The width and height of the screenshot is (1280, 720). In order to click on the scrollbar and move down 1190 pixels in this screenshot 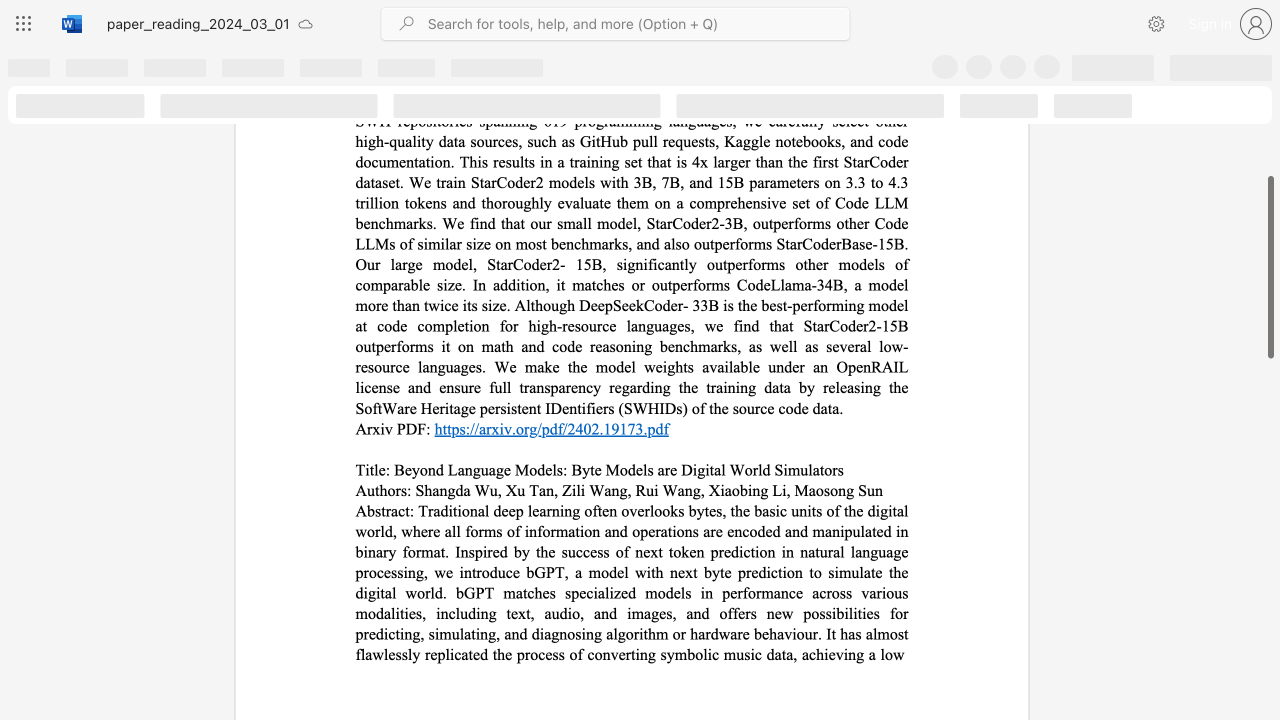, I will do `click(1269, 266)`.